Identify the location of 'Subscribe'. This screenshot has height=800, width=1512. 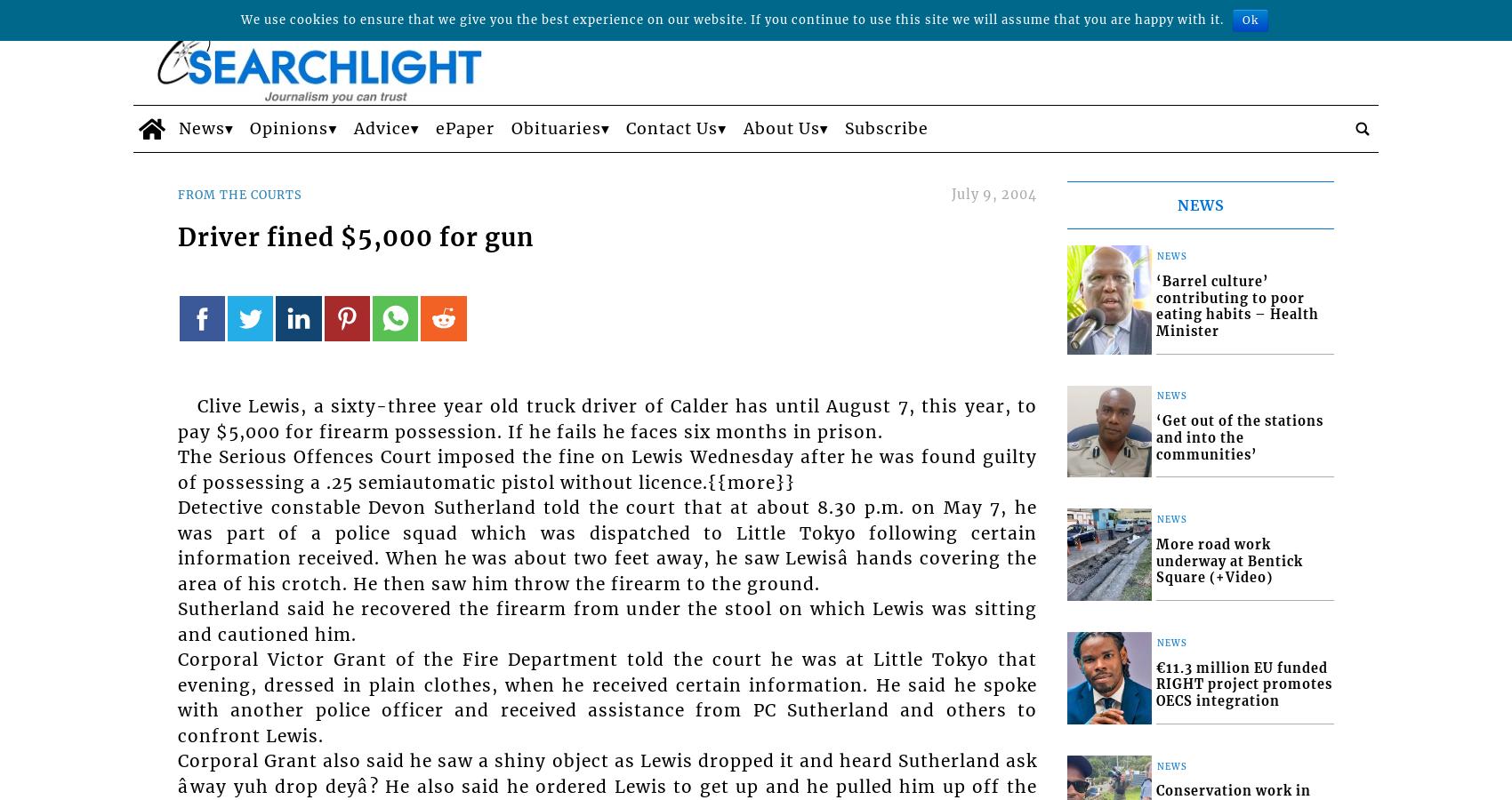
(886, 128).